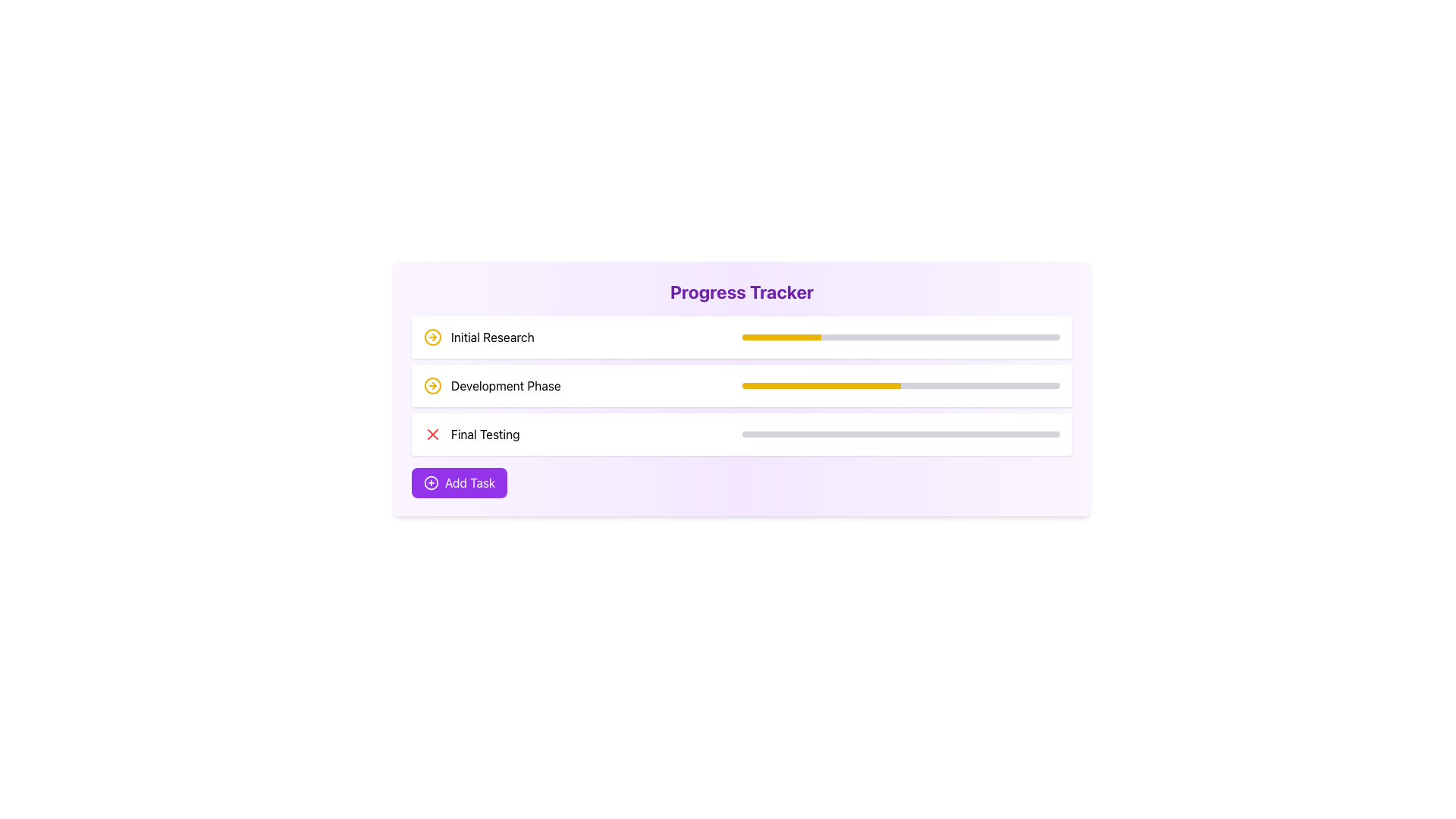 The width and height of the screenshot is (1456, 819). Describe the element at coordinates (901, 435) in the screenshot. I see `the progress bar that visually indicates the progression status of the 'Final Testing' task, located directly below the corresponding text in the third row of the list` at that location.